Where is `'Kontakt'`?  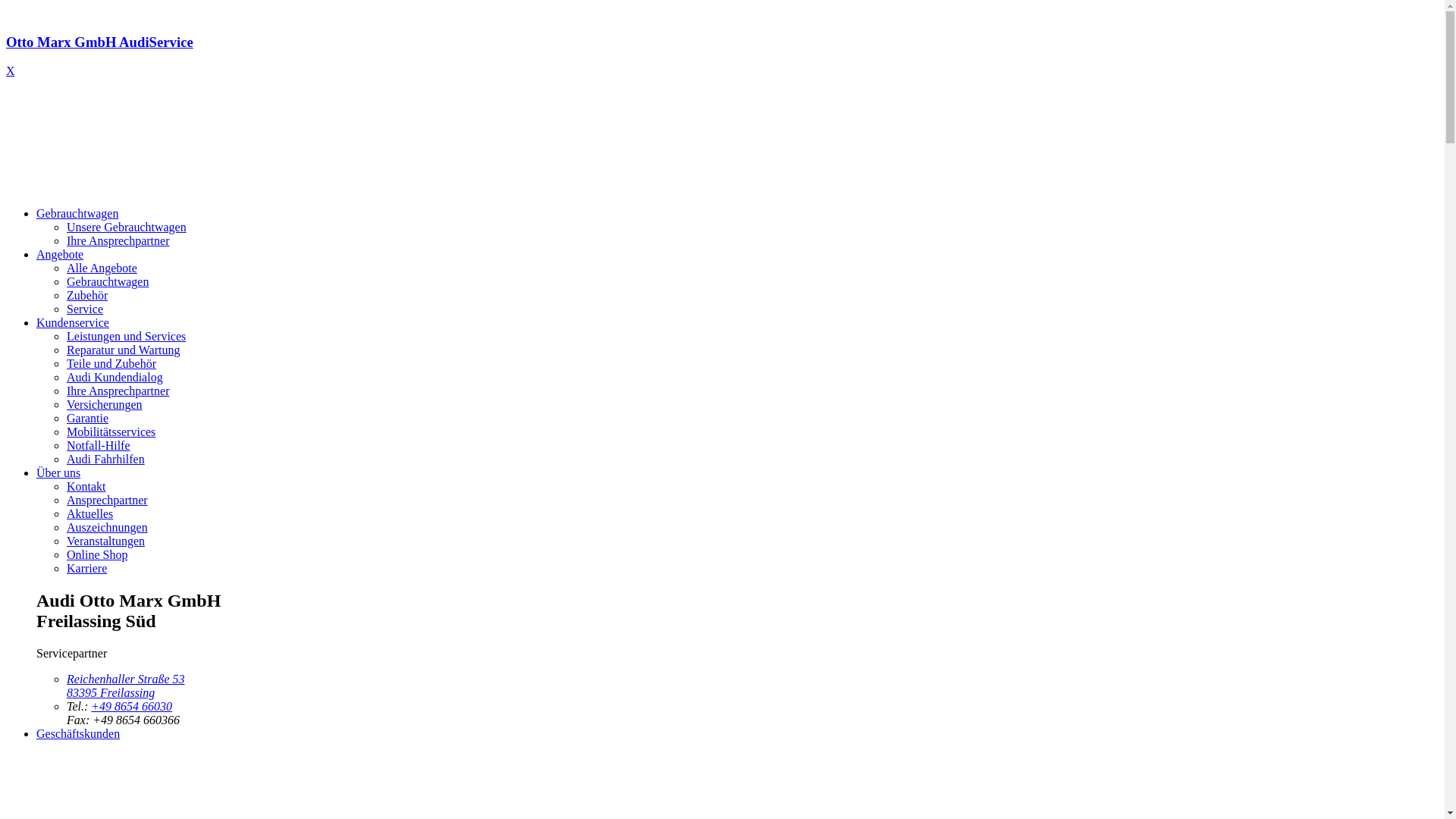
'Kontakt' is located at coordinates (65, 486).